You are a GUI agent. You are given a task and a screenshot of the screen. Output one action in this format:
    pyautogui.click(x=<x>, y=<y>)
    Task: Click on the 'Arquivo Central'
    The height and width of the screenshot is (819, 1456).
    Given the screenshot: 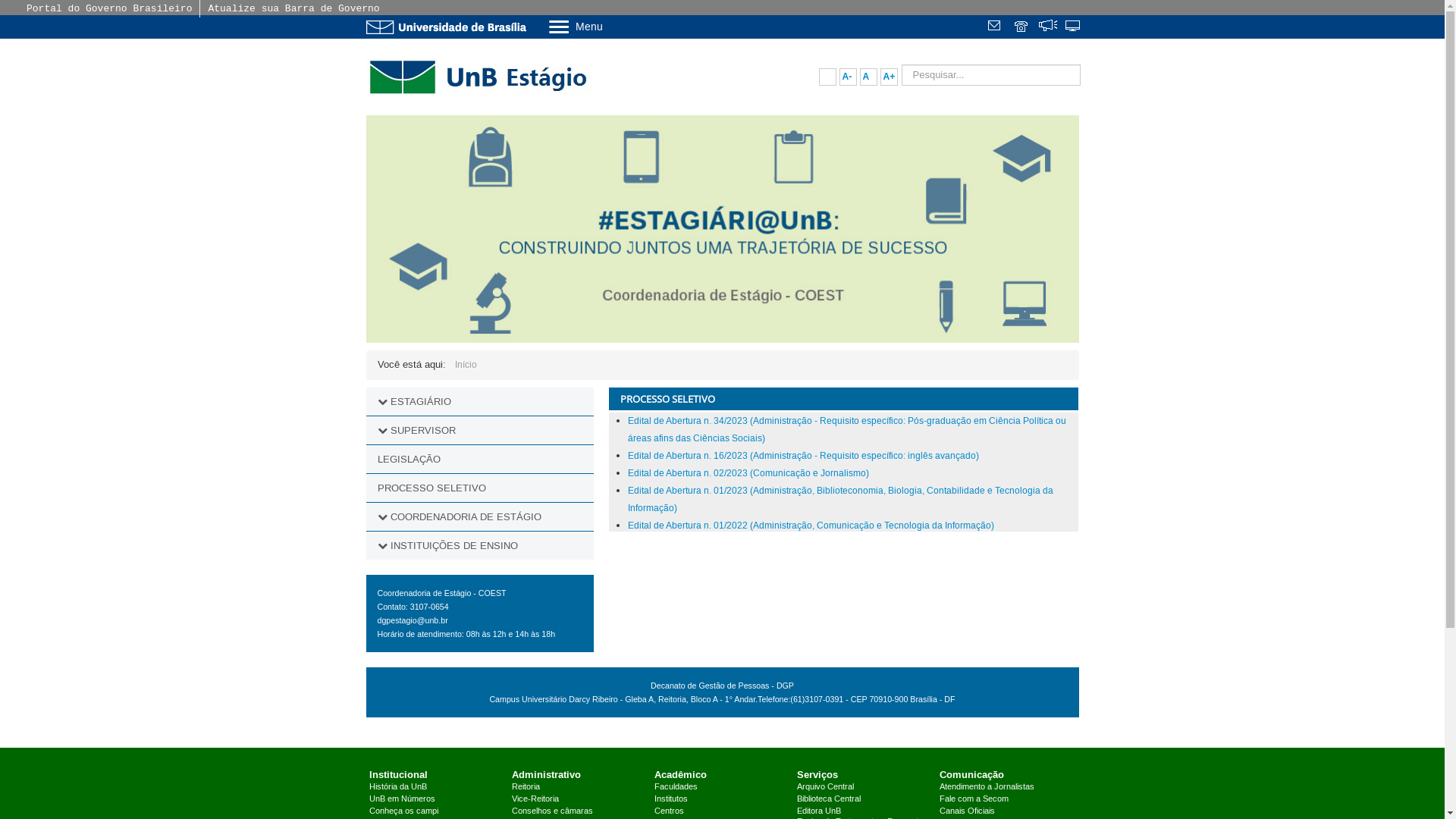 What is the action you would take?
    pyautogui.click(x=824, y=786)
    